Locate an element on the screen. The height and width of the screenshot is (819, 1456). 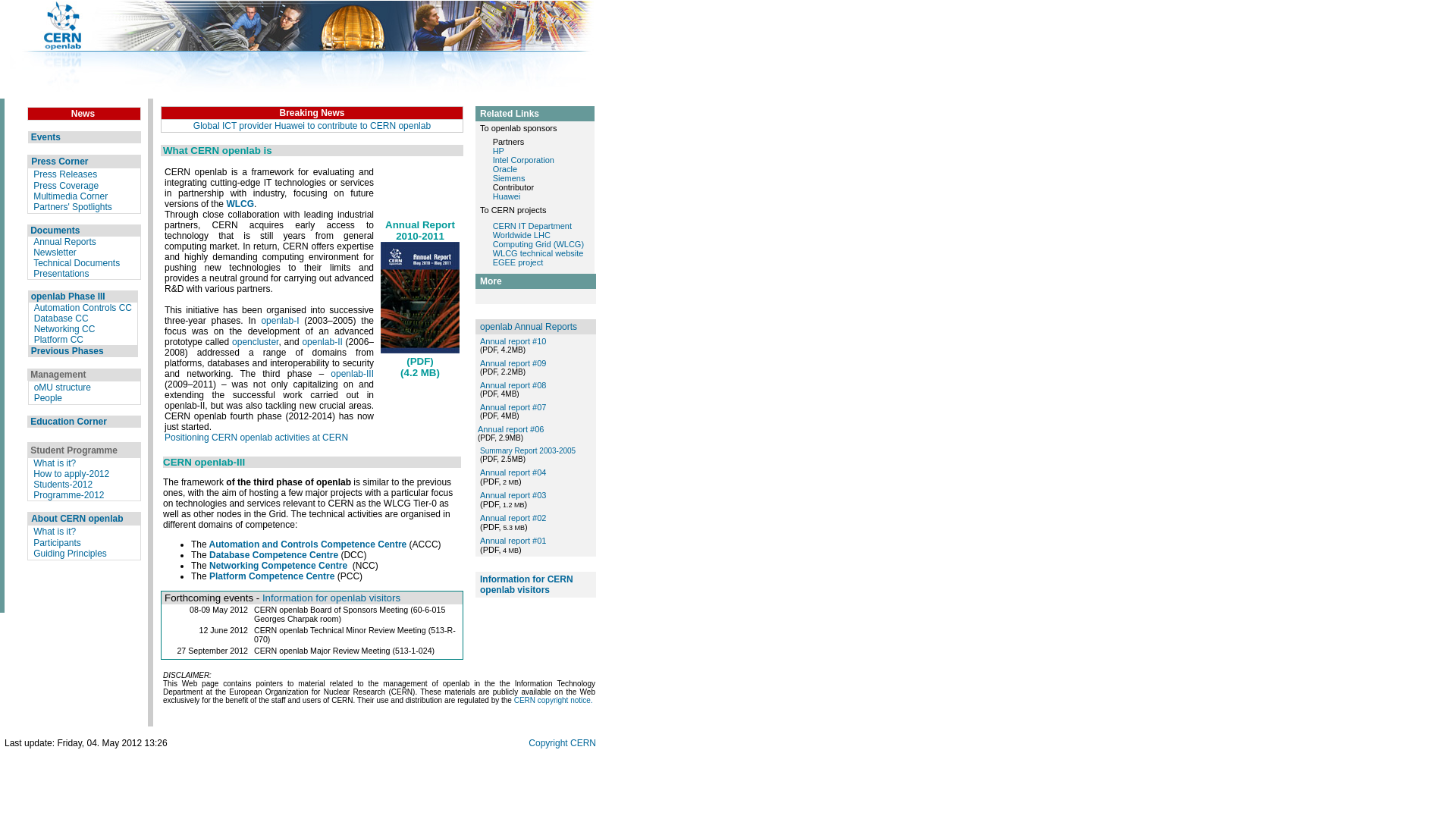
'Programme-2012' is located at coordinates (67, 494).